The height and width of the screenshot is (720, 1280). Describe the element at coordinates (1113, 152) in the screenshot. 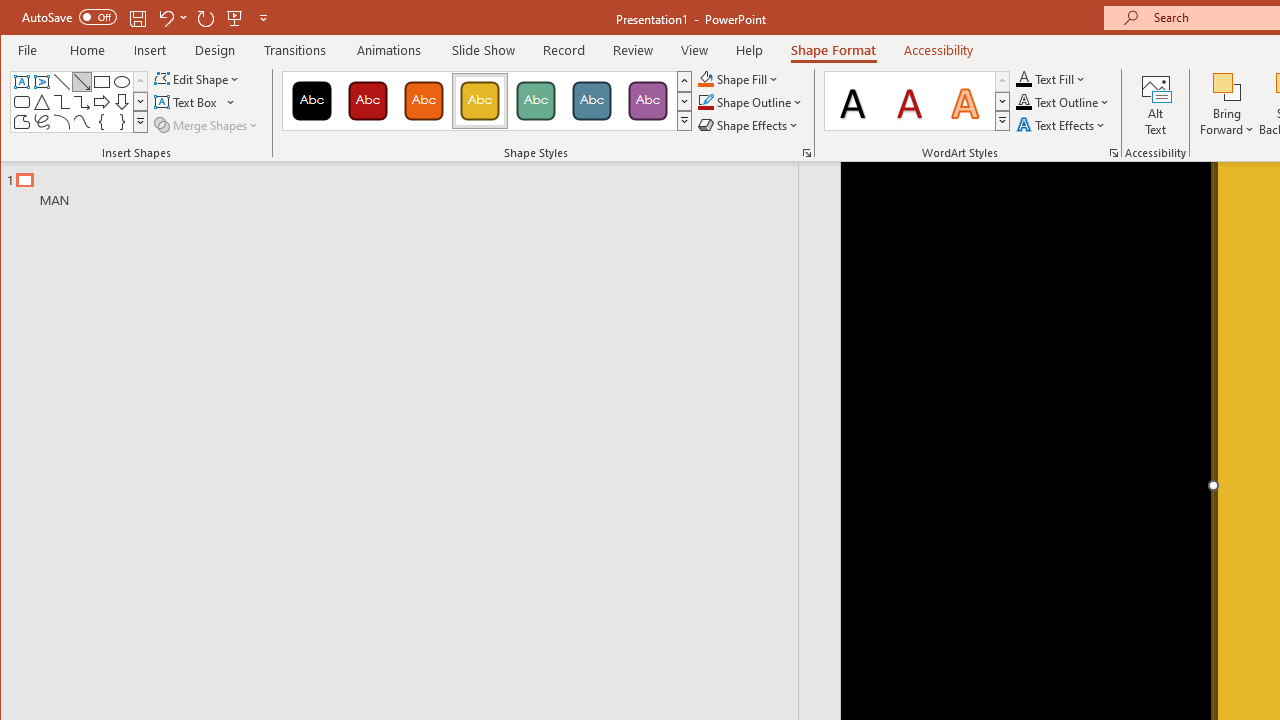

I see `'Format Text Effects...'` at that location.